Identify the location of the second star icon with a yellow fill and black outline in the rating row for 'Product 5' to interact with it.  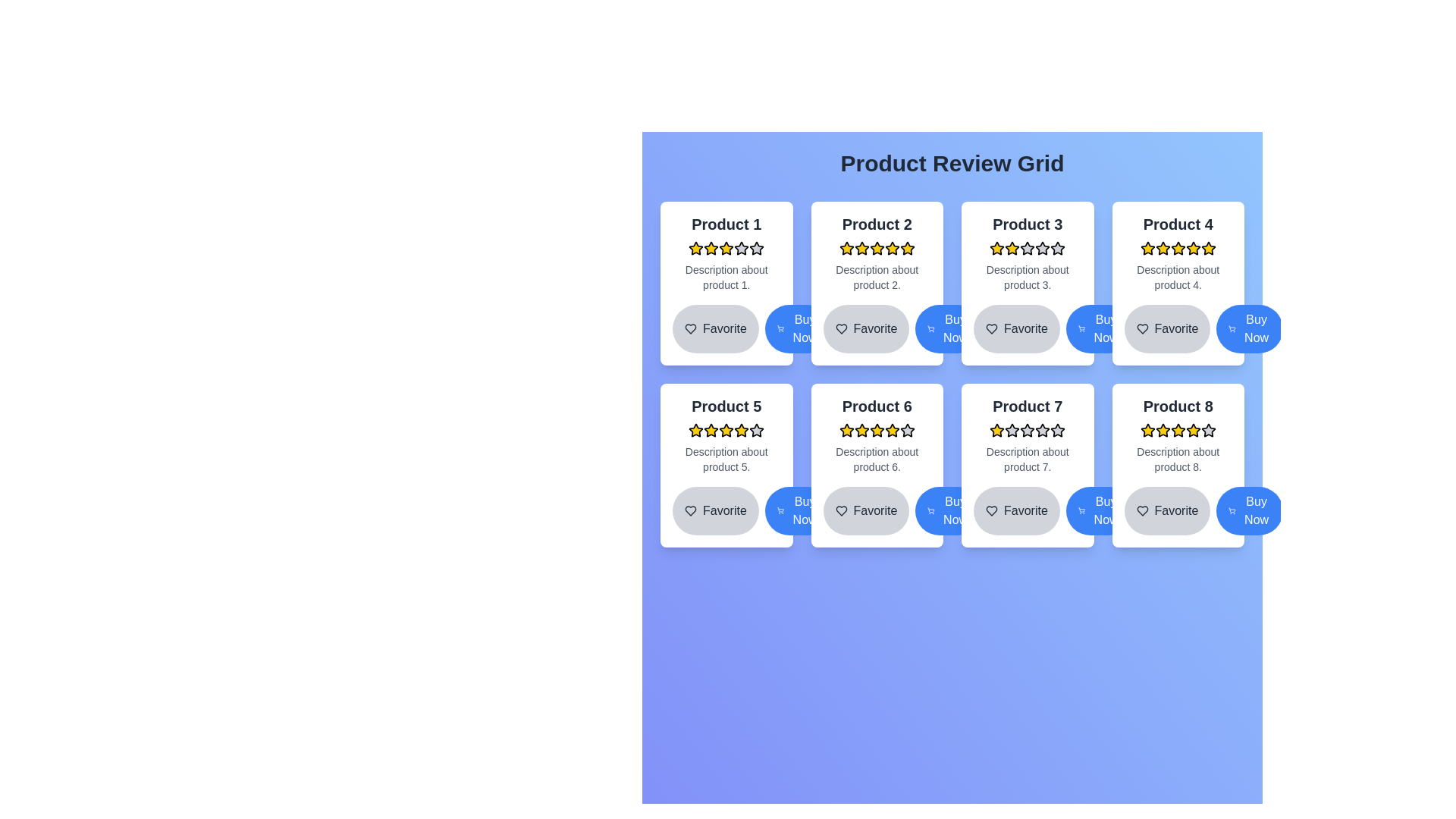
(711, 430).